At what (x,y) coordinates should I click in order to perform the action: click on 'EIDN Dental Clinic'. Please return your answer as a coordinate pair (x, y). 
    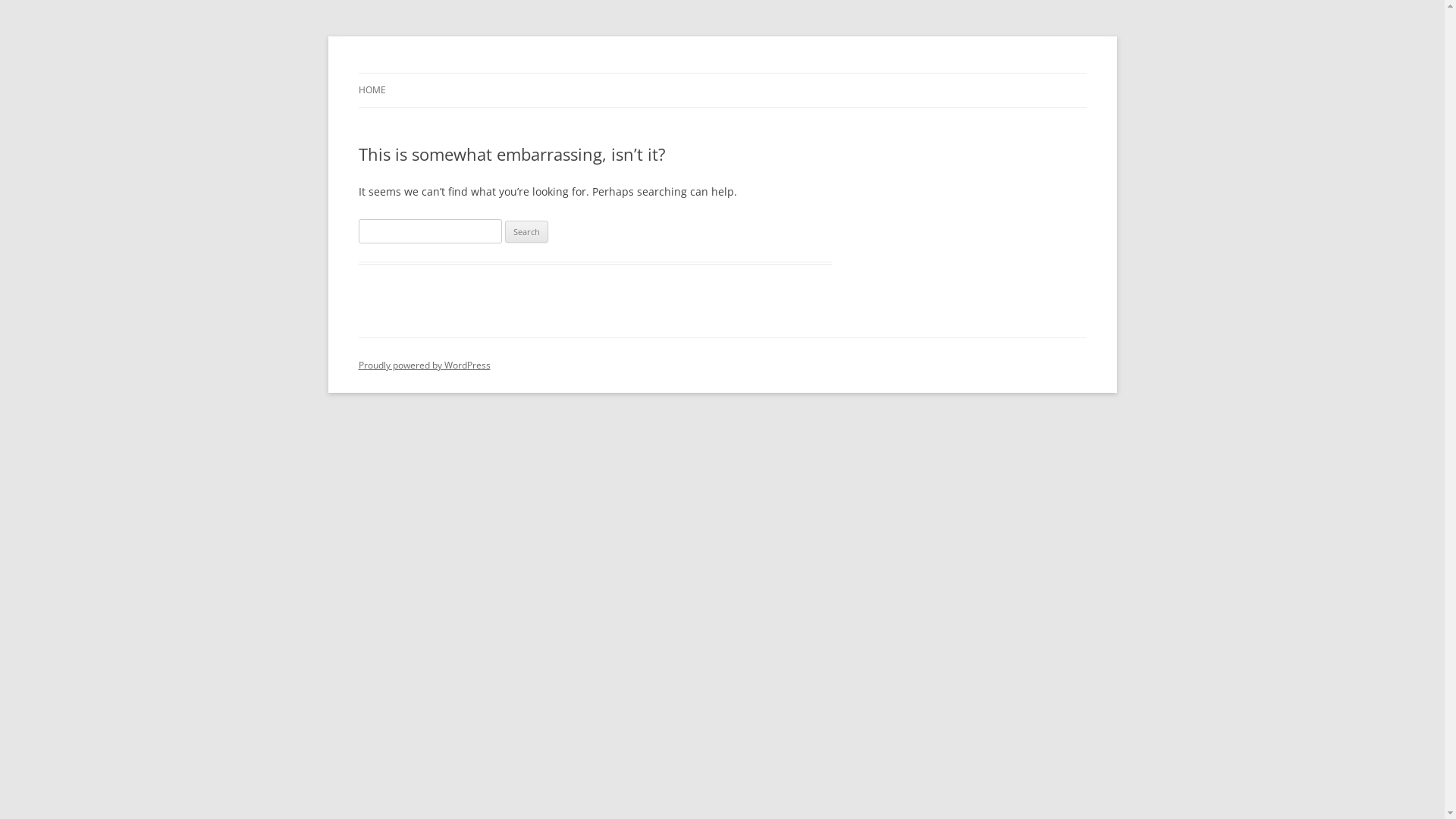
    Looking at the image, I should click on (443, 73).